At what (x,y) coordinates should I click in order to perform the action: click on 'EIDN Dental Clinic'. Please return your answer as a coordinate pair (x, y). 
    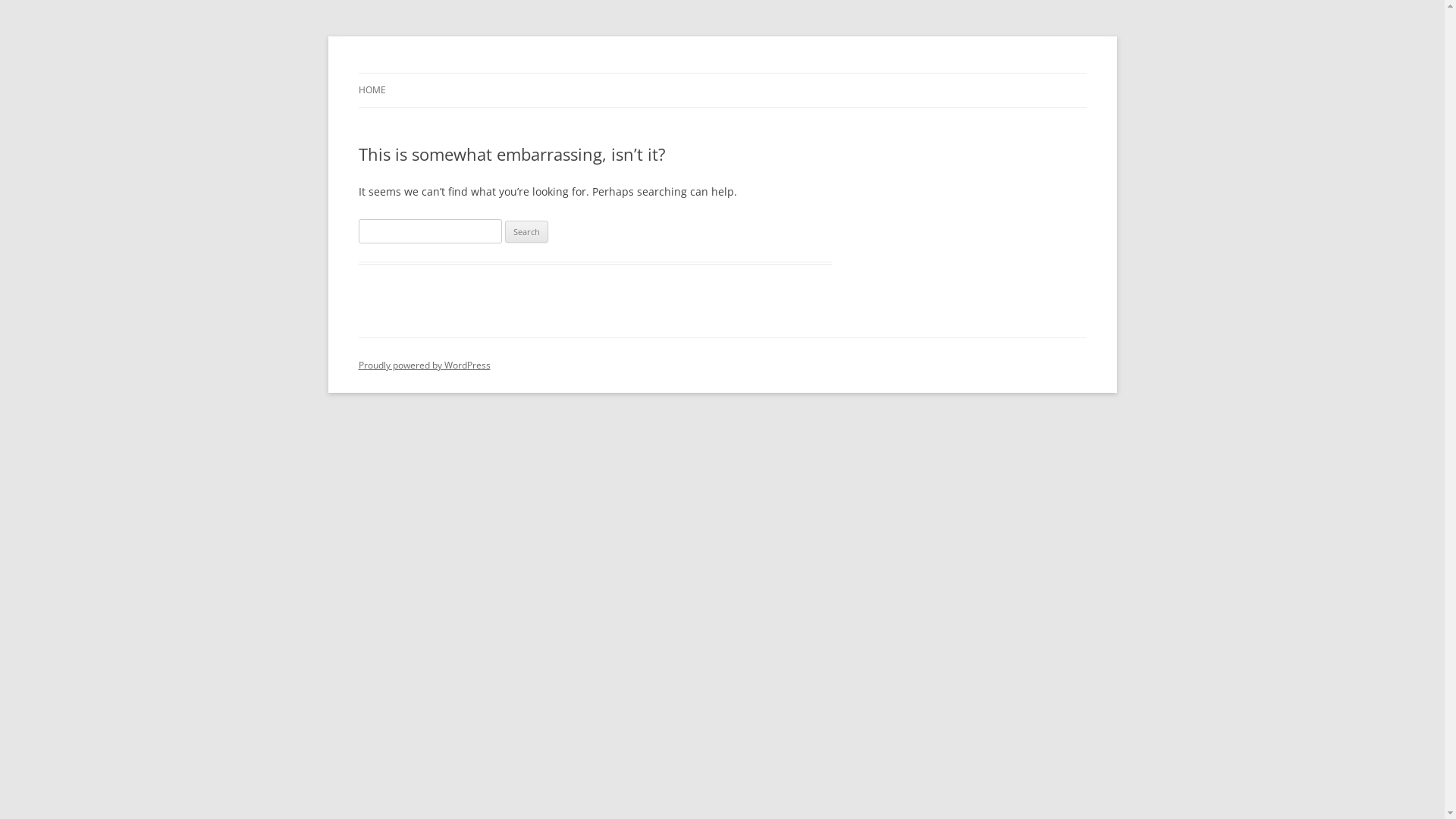
    Looking at the image, I should click on (443, 73).